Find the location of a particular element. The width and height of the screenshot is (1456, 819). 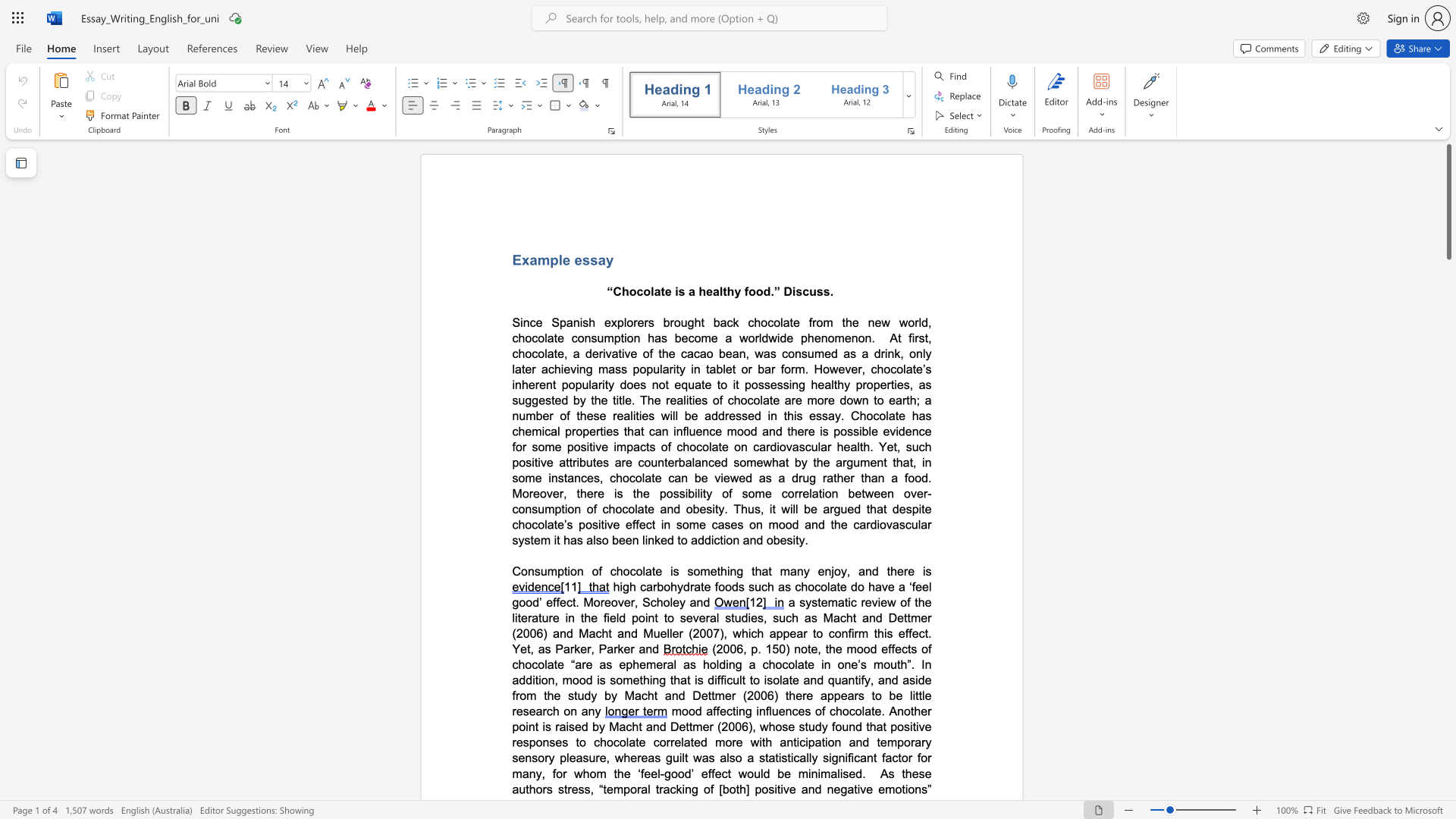

the scrollbar on the right is located at coordinates (1448, 493).